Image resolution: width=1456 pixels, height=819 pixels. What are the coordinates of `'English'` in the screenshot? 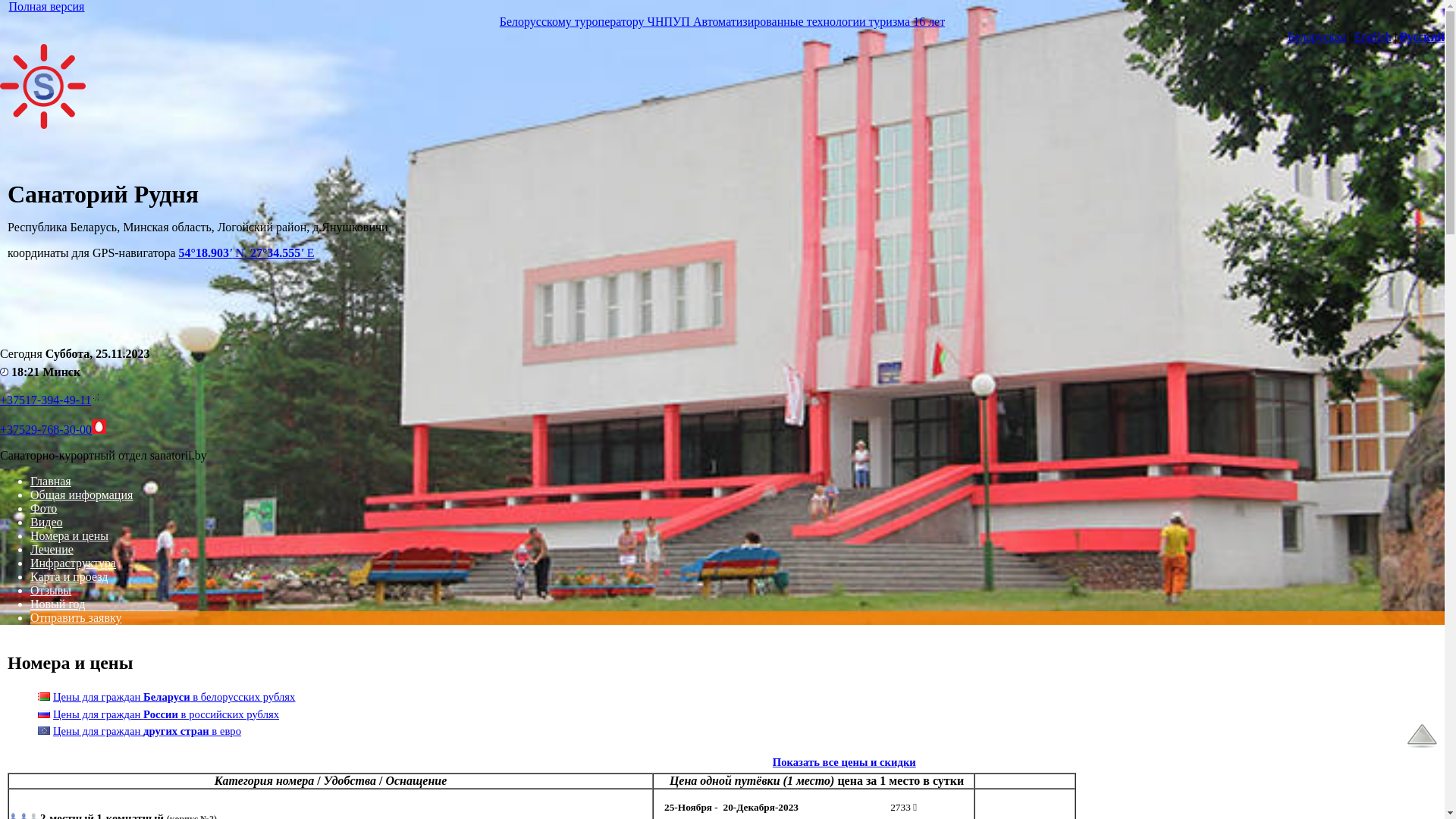 It's located at (1354, 36).